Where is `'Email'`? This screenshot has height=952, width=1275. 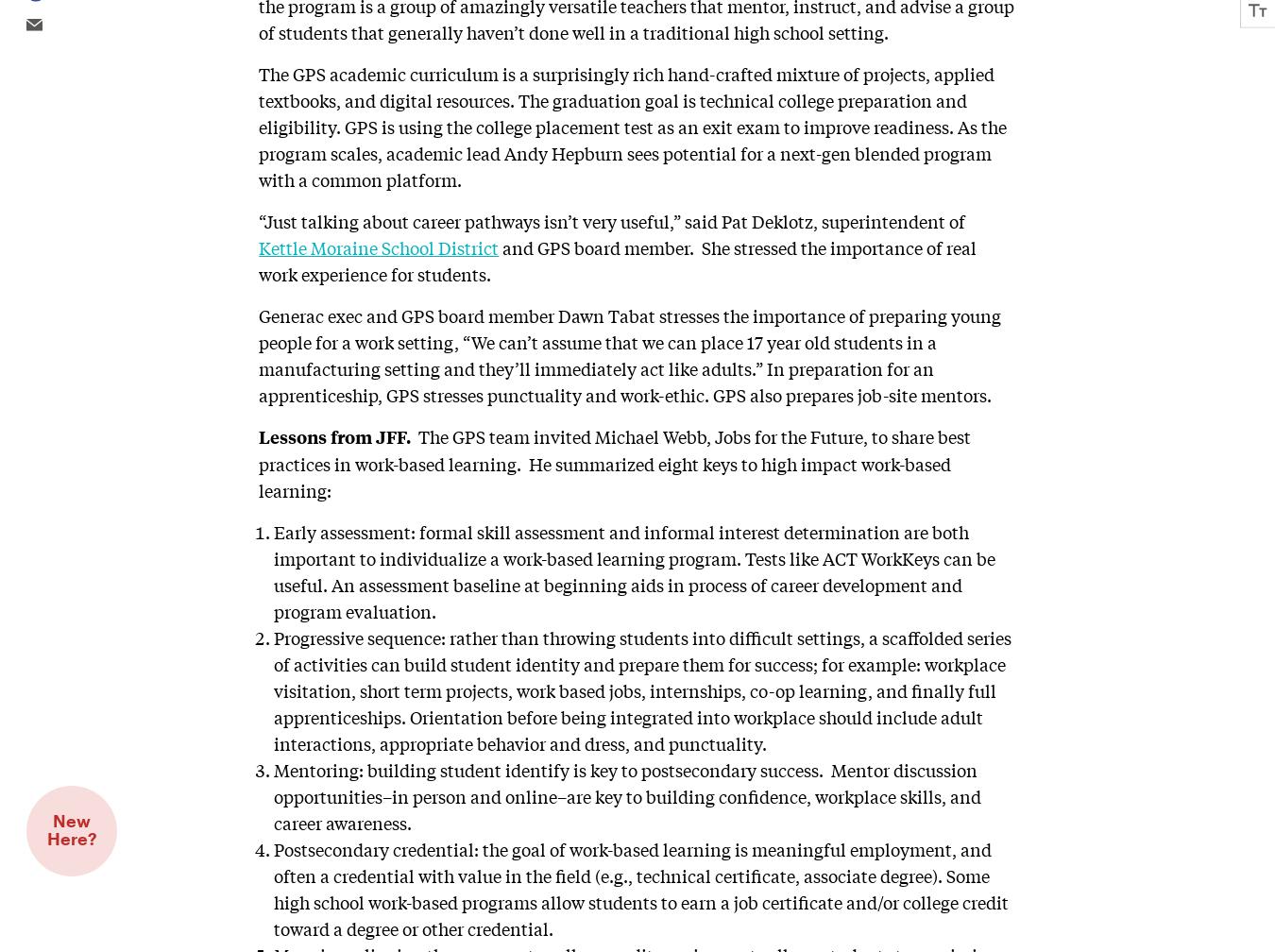
'Email' is located at coordinates (29, 25).